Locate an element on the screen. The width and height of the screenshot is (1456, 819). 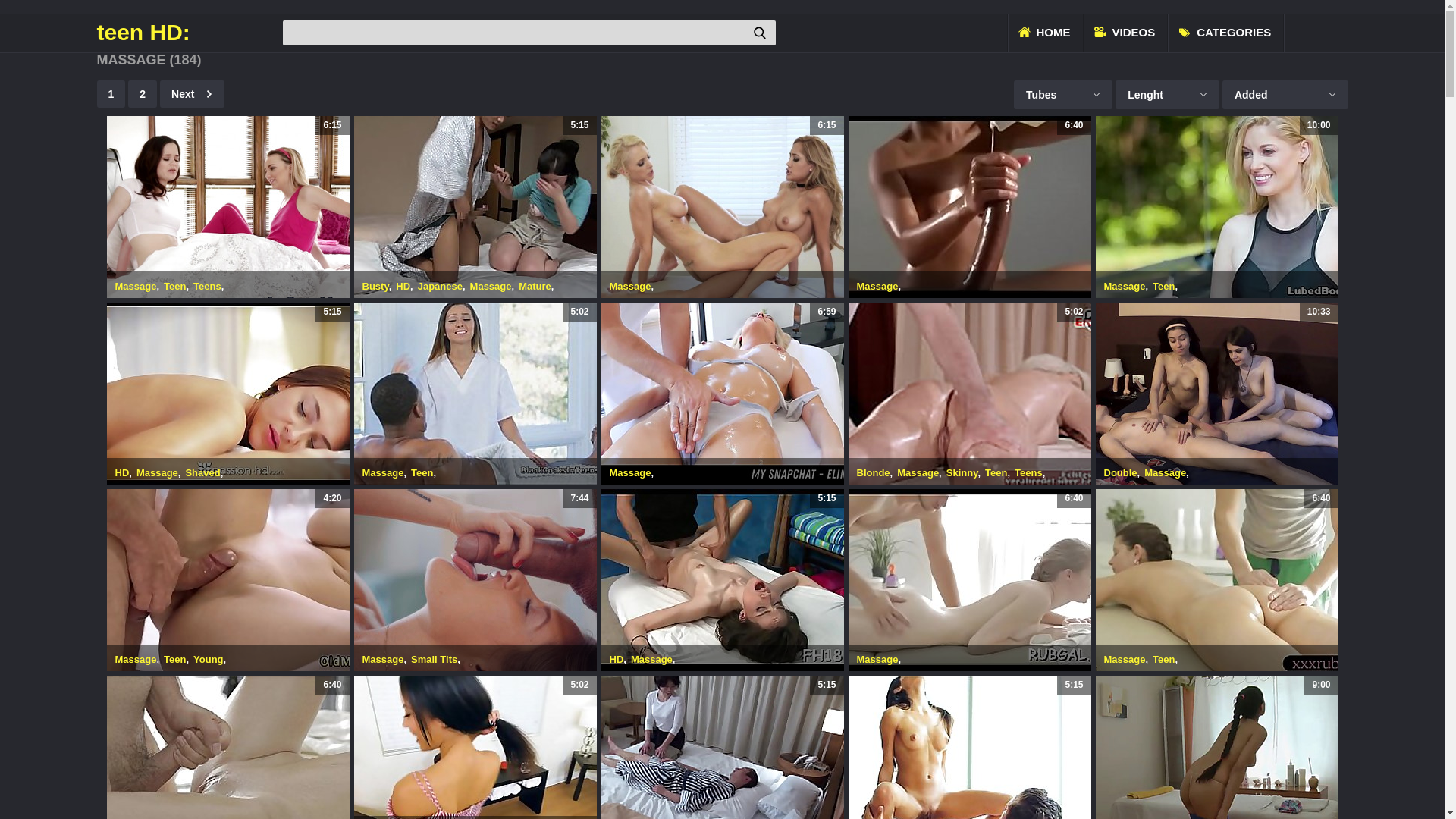
'HOME' is located at coordinates (1007, 32).